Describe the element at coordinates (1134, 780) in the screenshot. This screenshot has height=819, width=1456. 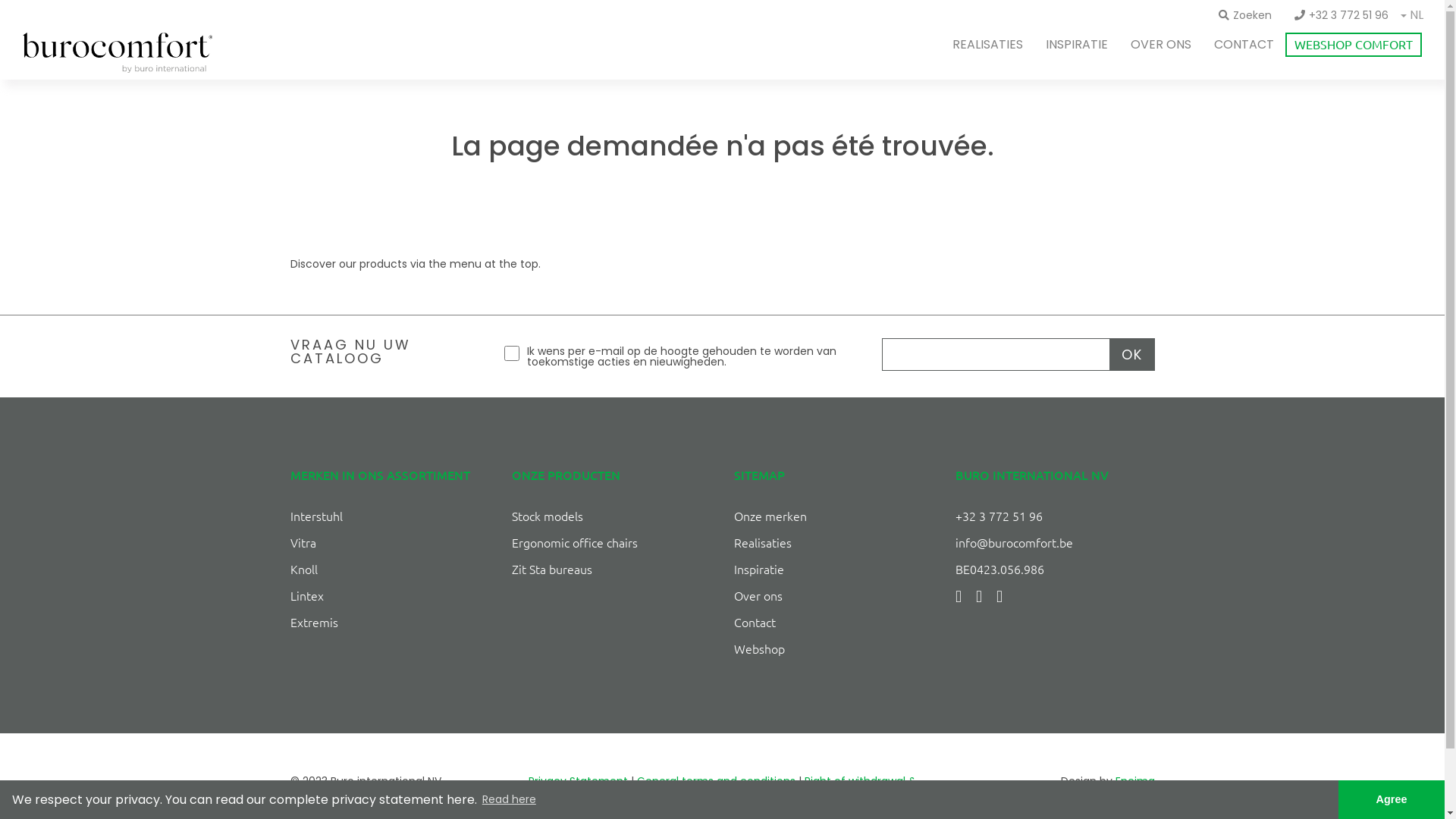
I see `'Encima'` at that location.